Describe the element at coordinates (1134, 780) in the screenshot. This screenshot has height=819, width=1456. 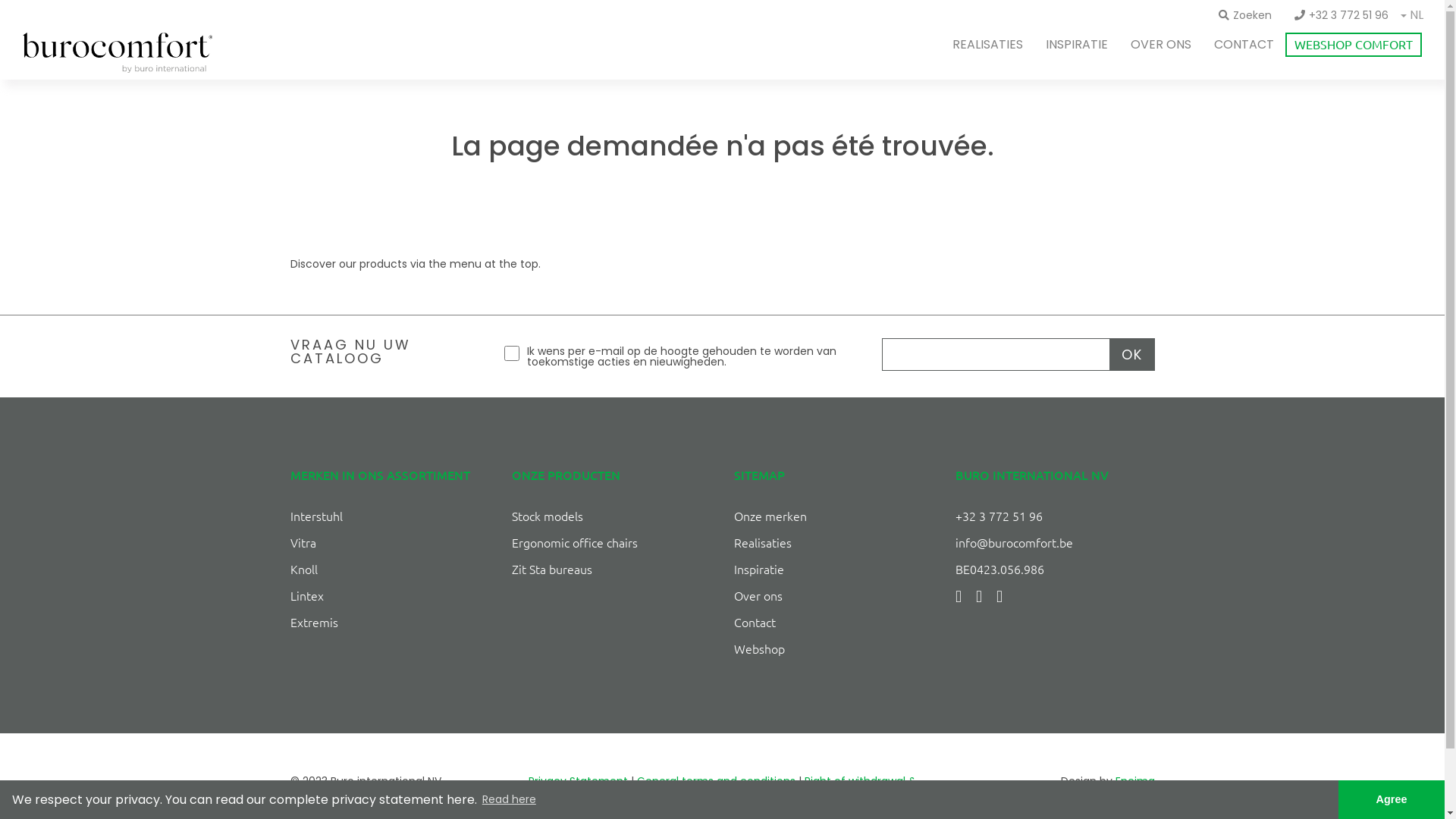
I see `'Encima'` at that location.